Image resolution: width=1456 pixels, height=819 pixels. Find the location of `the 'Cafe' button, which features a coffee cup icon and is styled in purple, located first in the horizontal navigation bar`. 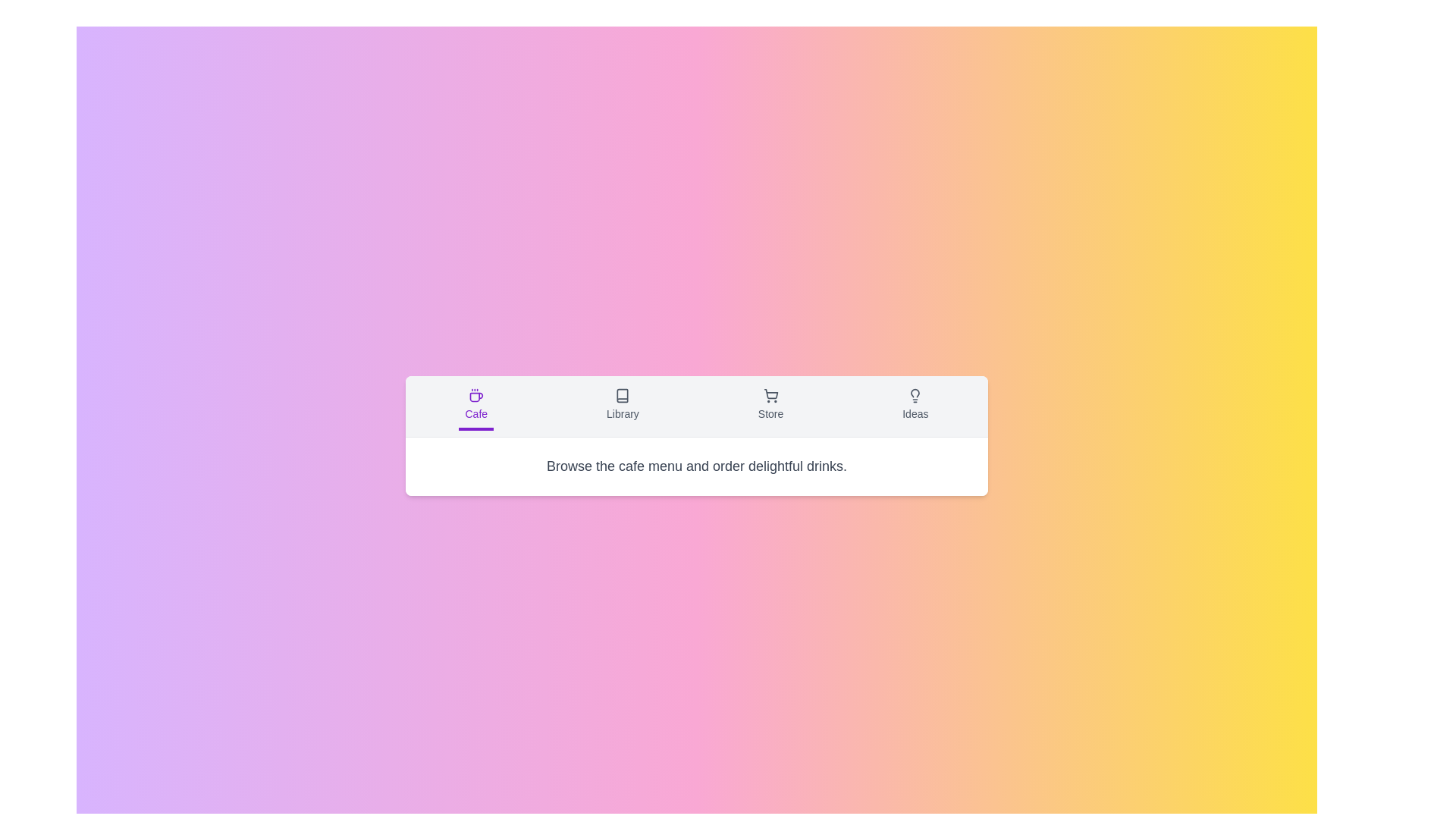

the 'Cafe' button, which features a coffee cup icon and is styled in purple, located first in the horizontal navigation bar is located at coordinates (475, 405).